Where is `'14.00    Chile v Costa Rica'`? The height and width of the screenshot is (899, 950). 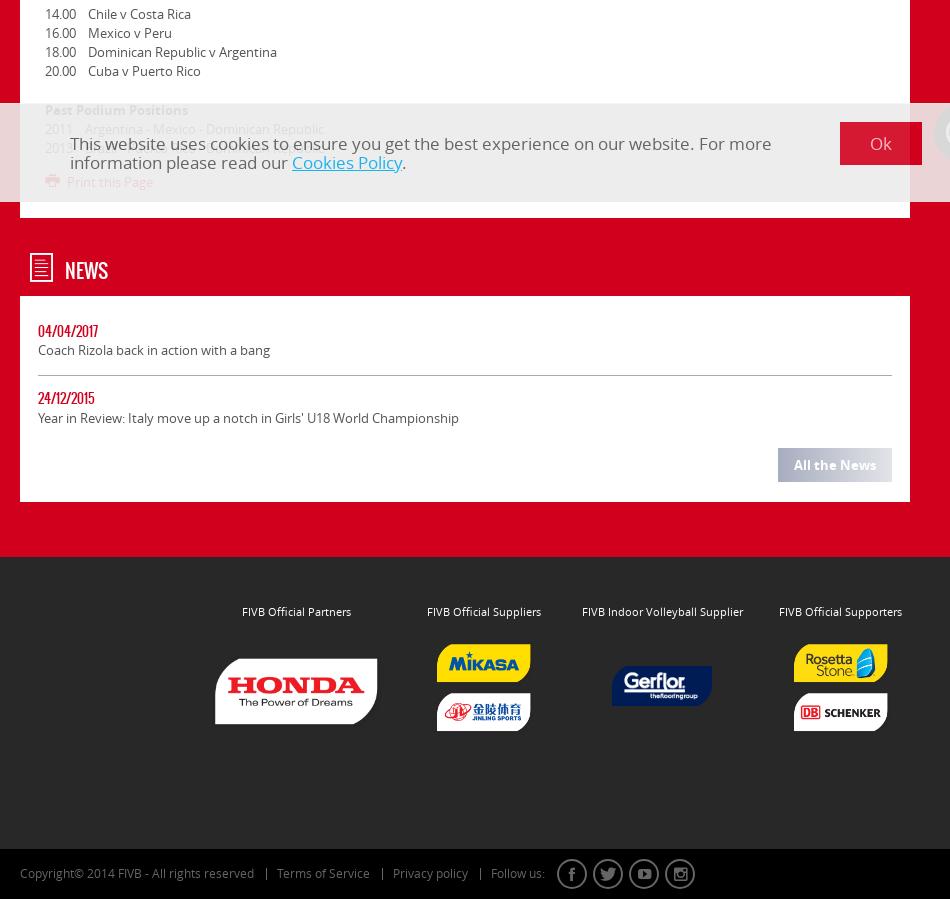
'14.00    Chile v Costa Rica' is located at coordinates (117, 12).